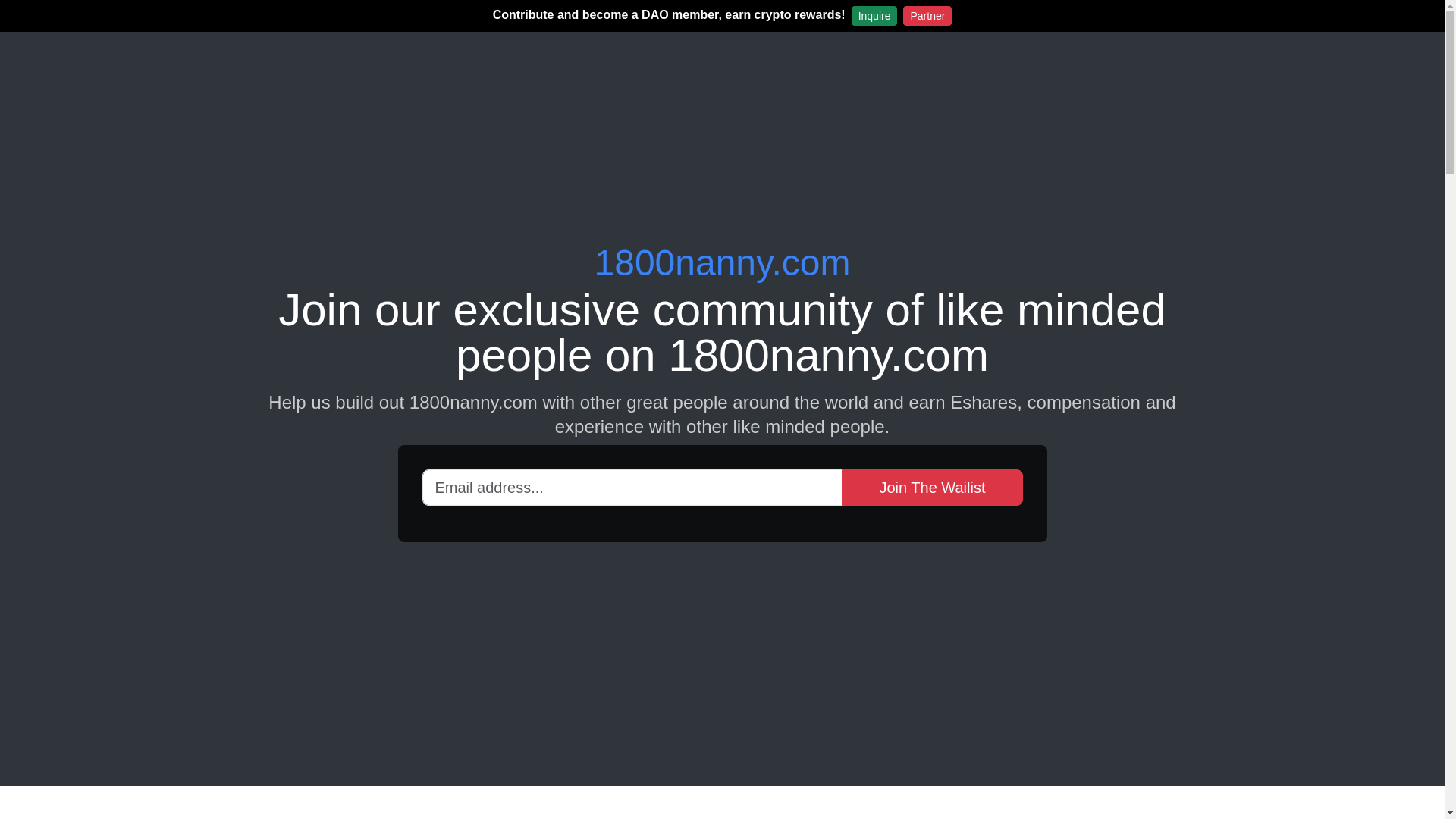 This screenshot has width=1456, height=819. Describe the element at coordinates (840, 486) in the screenshot. I see `'Join The Wailist'` at that location.